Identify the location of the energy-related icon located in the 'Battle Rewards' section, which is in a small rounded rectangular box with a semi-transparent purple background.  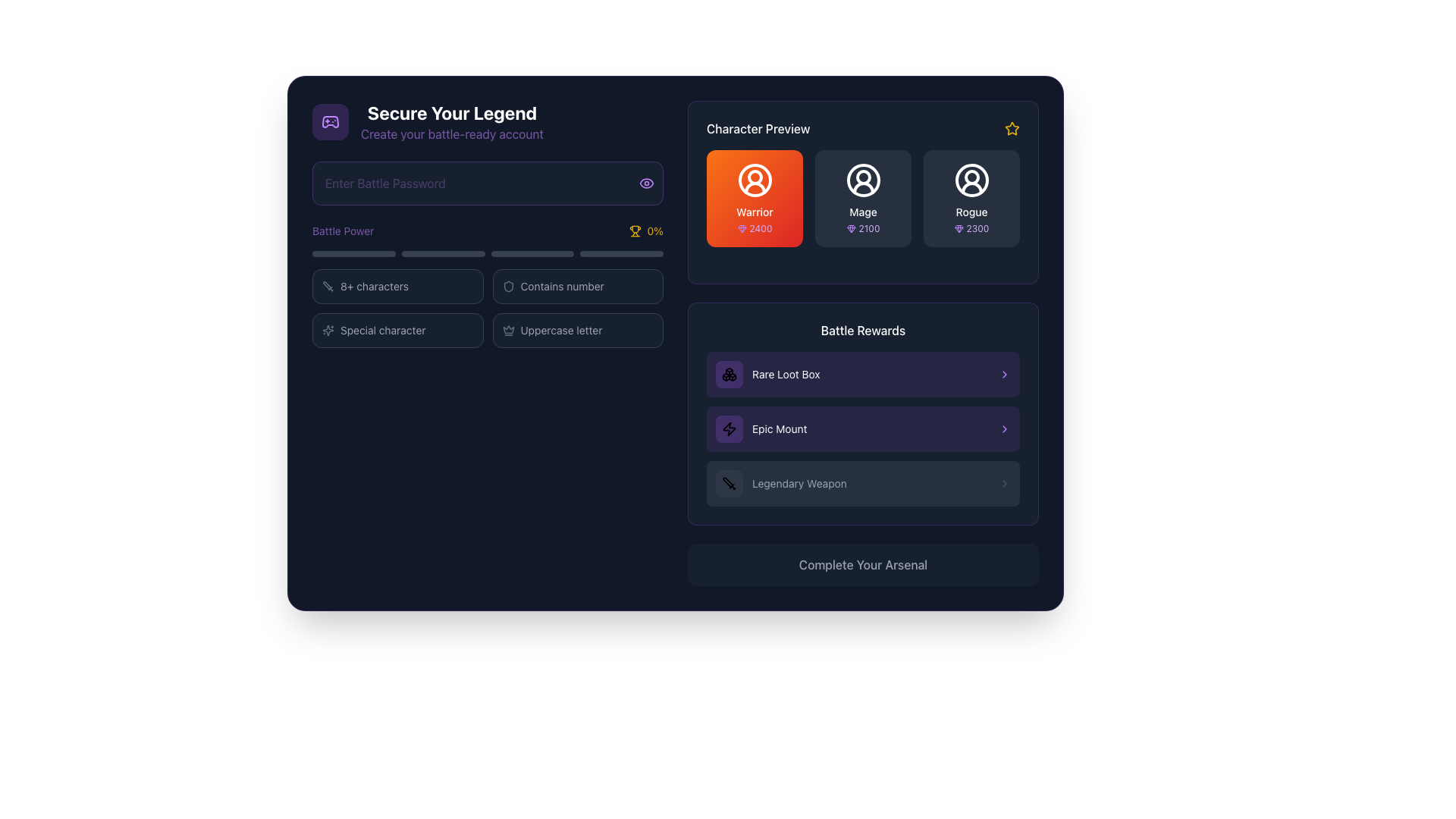
(729, 429).